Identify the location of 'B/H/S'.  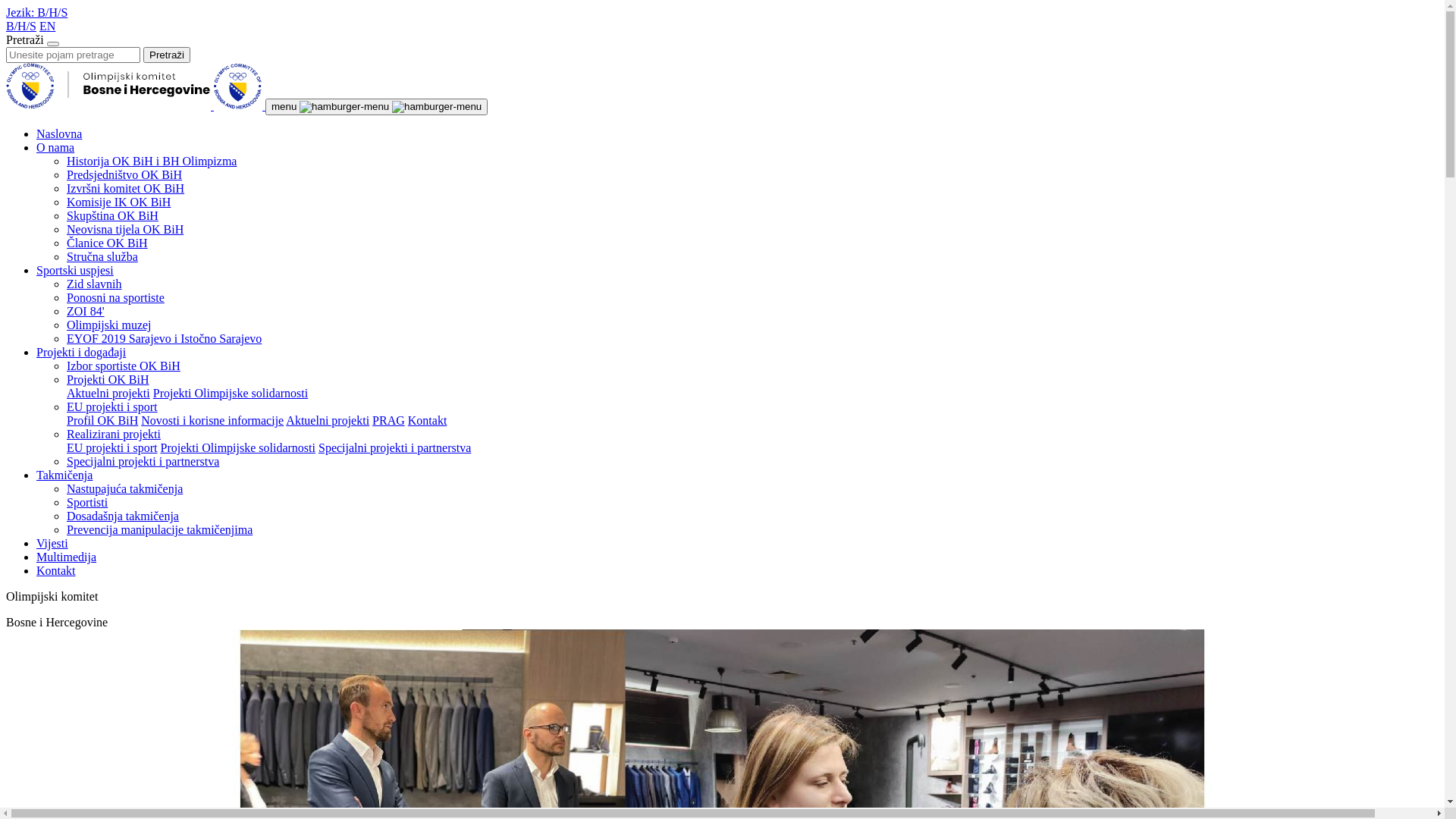
(21, 26).